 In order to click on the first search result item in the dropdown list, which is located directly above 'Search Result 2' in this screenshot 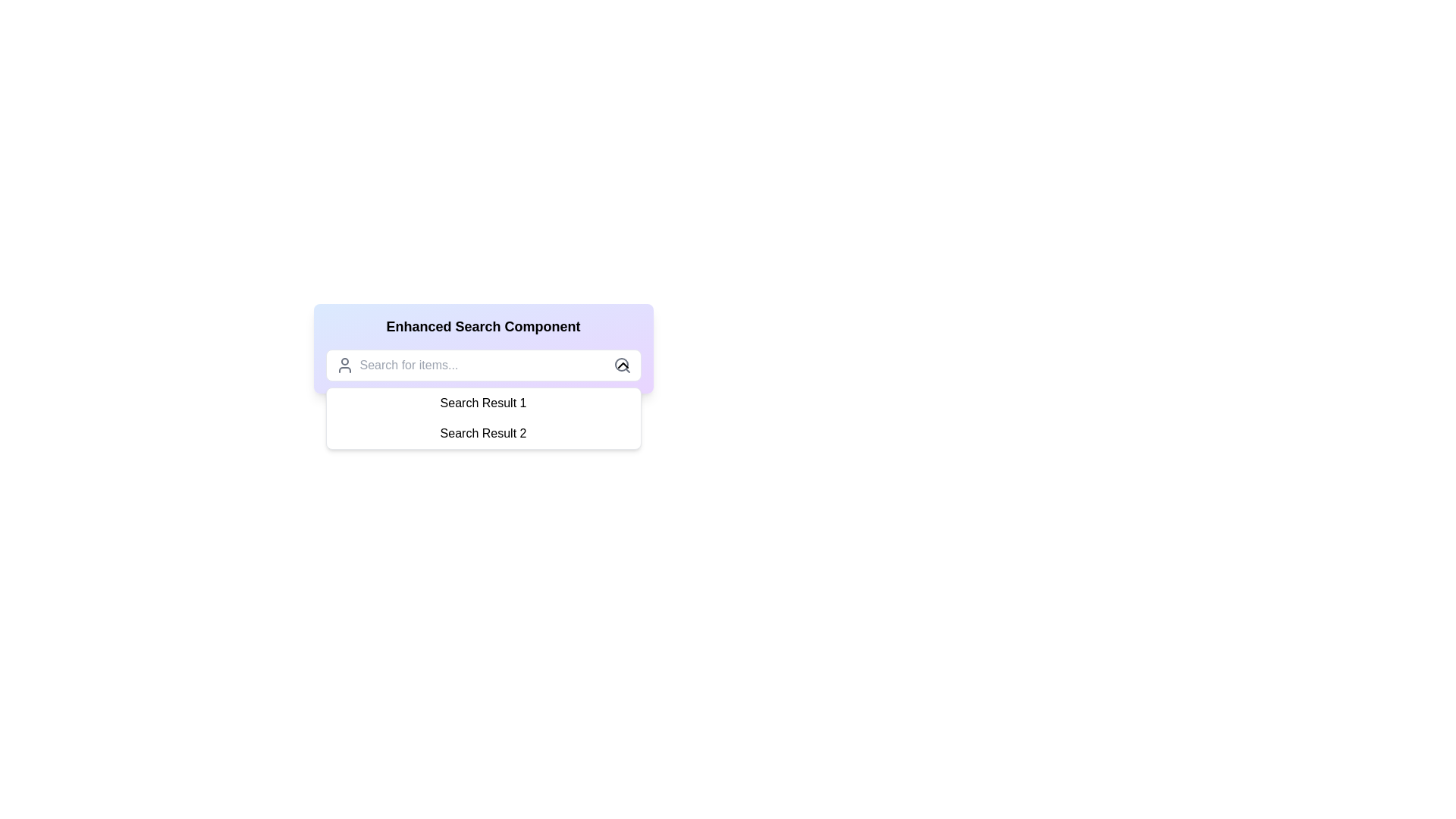, I will do `click(482, 403)`.